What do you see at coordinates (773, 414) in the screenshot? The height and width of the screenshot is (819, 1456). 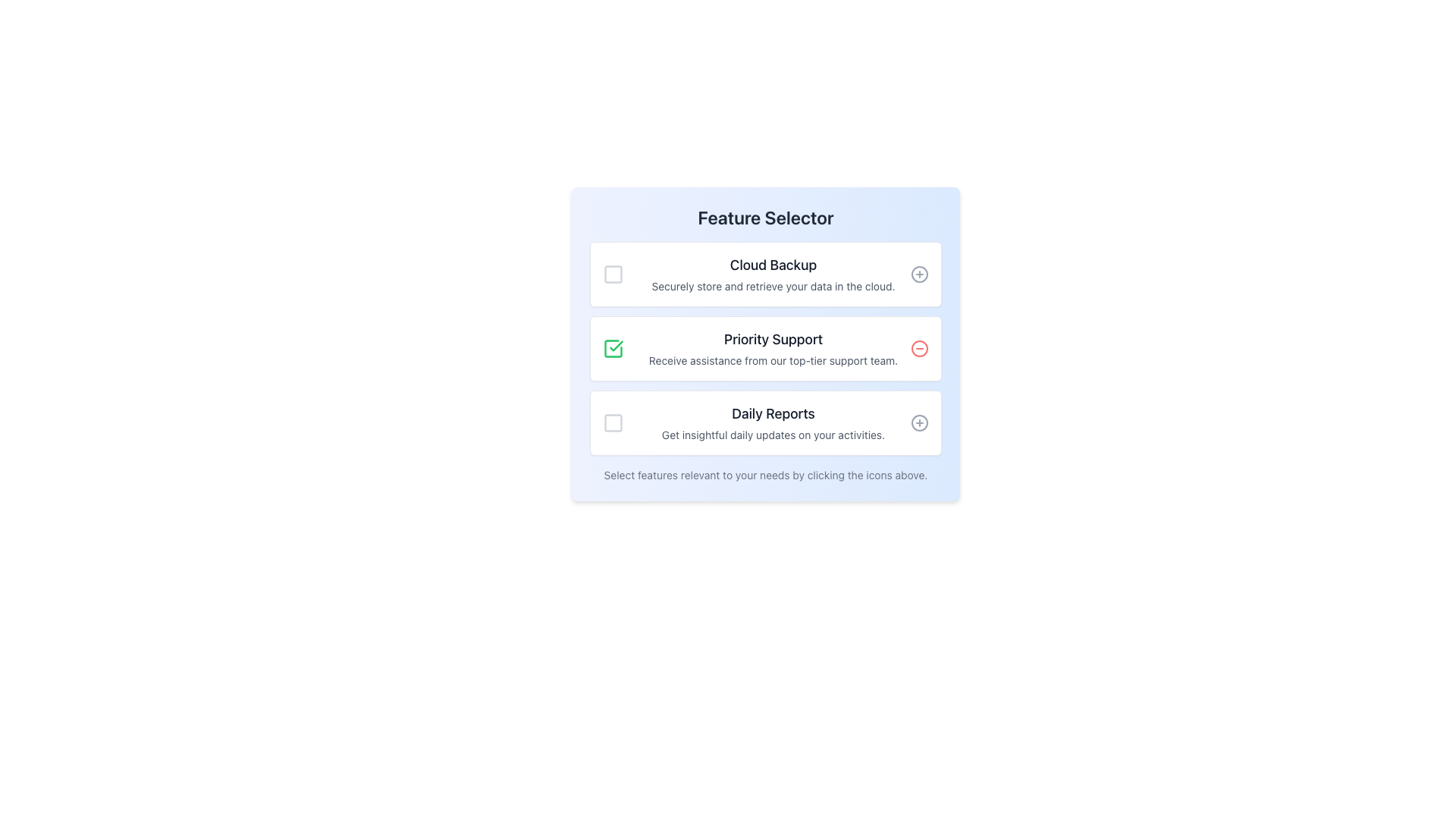 I see `the static text header located in the 'Feature Selector' interface, which is positioned in the third row to the right of a square checkbox` at bounding box center [773, 414].